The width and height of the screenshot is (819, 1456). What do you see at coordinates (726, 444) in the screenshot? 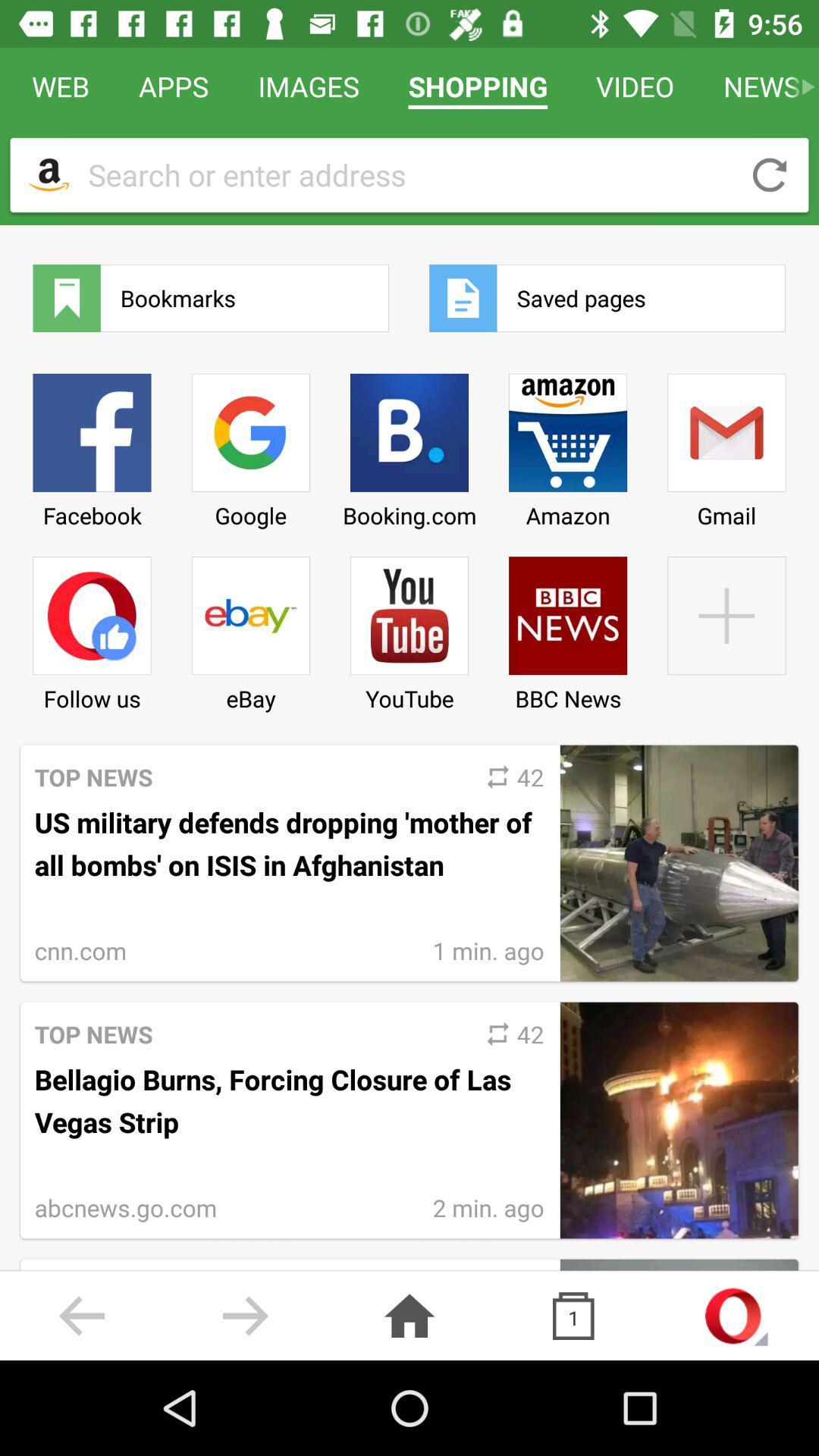
I see `the item next to amazon item` at bounding box center [726, 444].